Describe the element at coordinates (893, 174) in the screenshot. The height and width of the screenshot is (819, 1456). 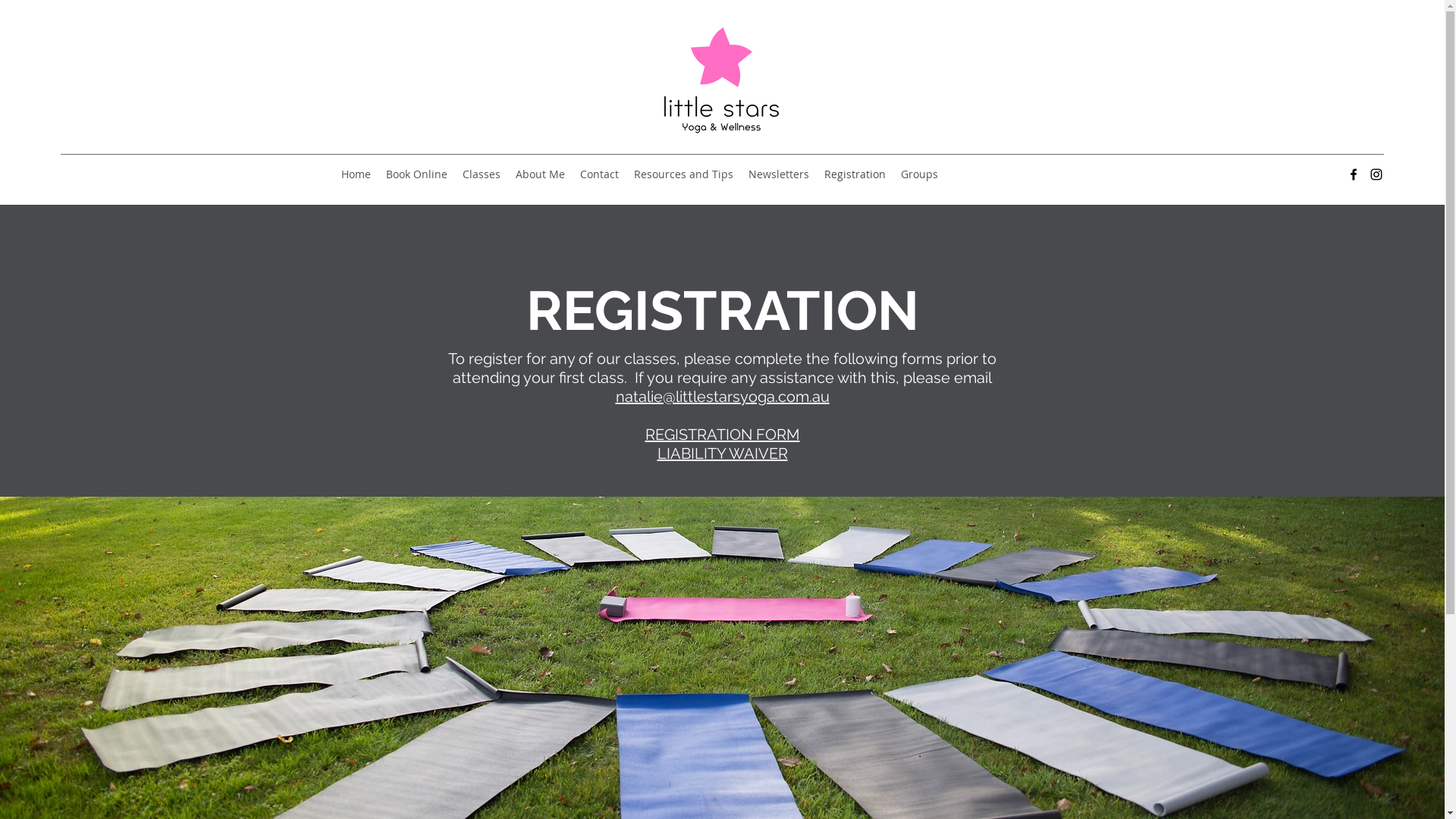
I see `'Groups'` at that location.